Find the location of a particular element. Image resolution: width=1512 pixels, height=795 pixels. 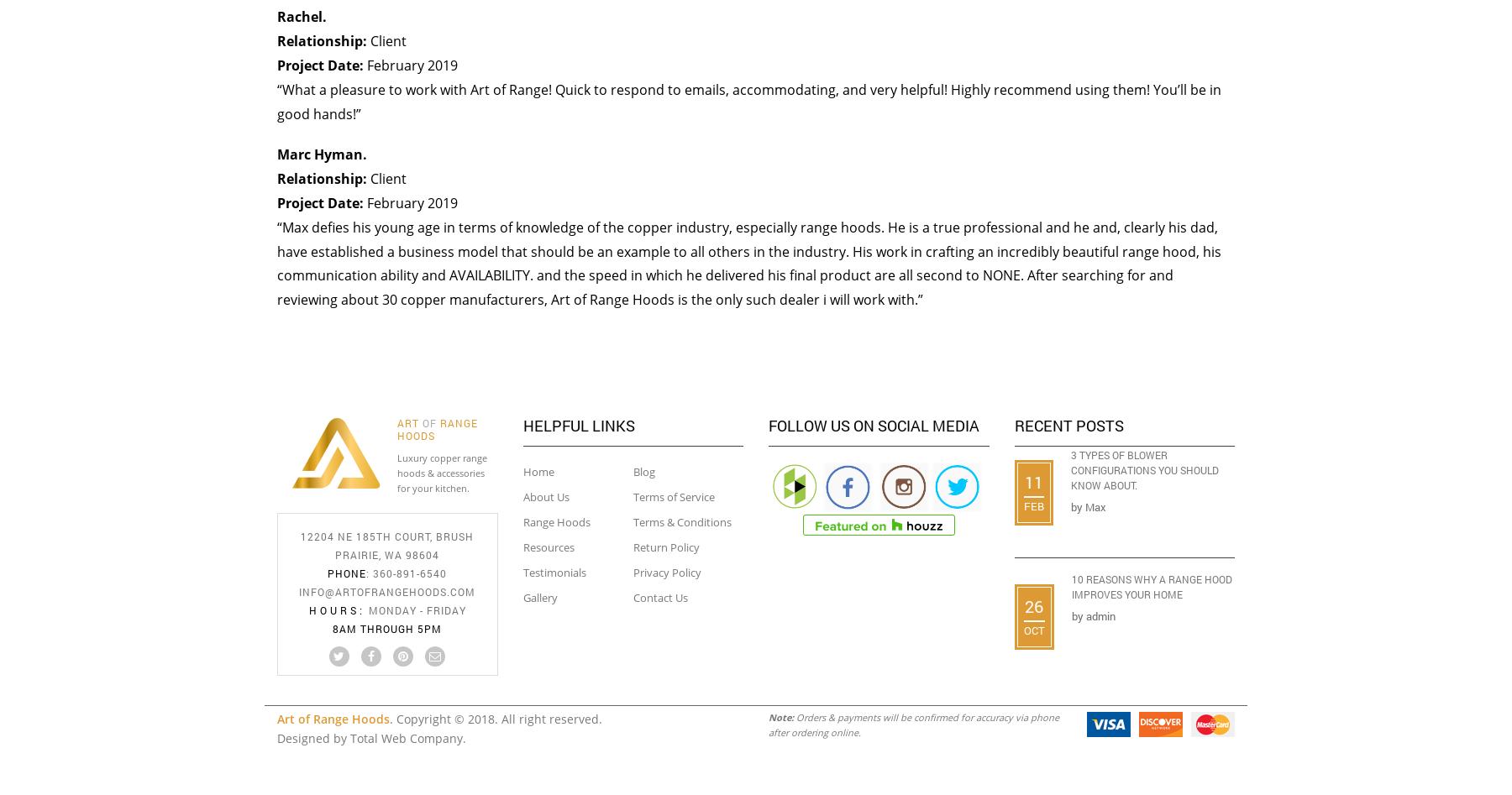

'Feb' is located at coordinates (1032, 505).